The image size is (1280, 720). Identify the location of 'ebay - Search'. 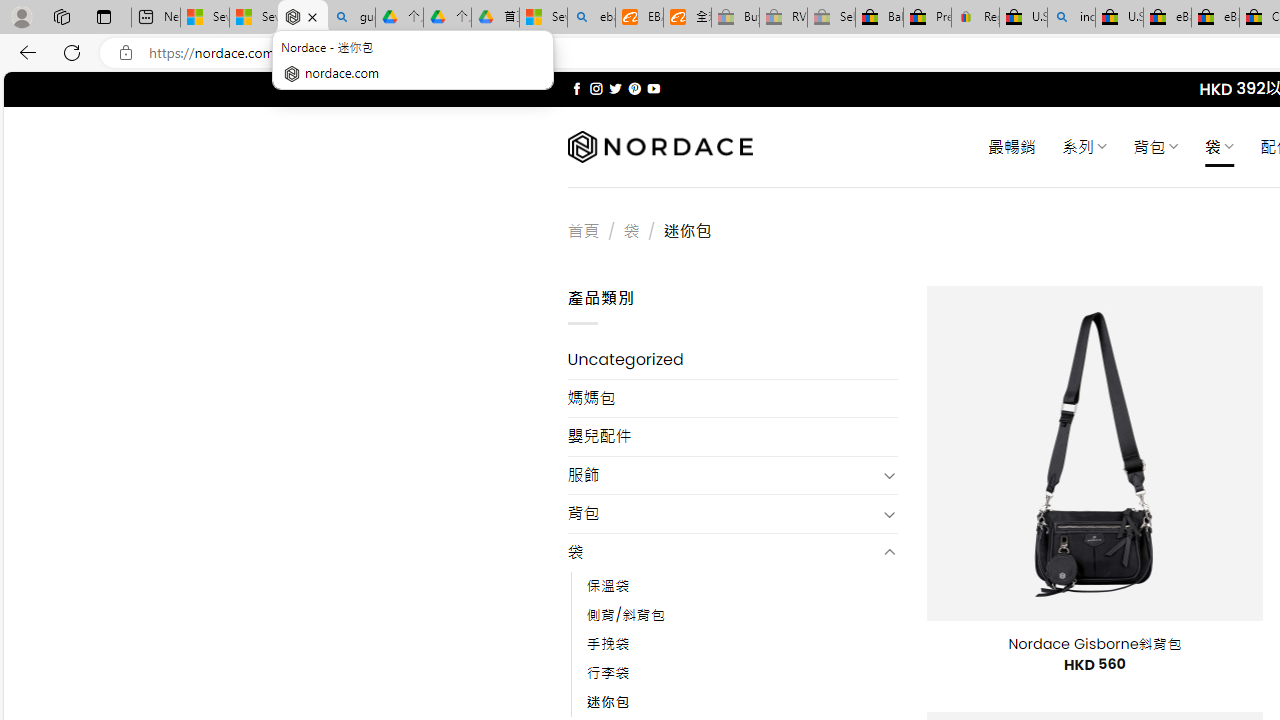
(591, 17).